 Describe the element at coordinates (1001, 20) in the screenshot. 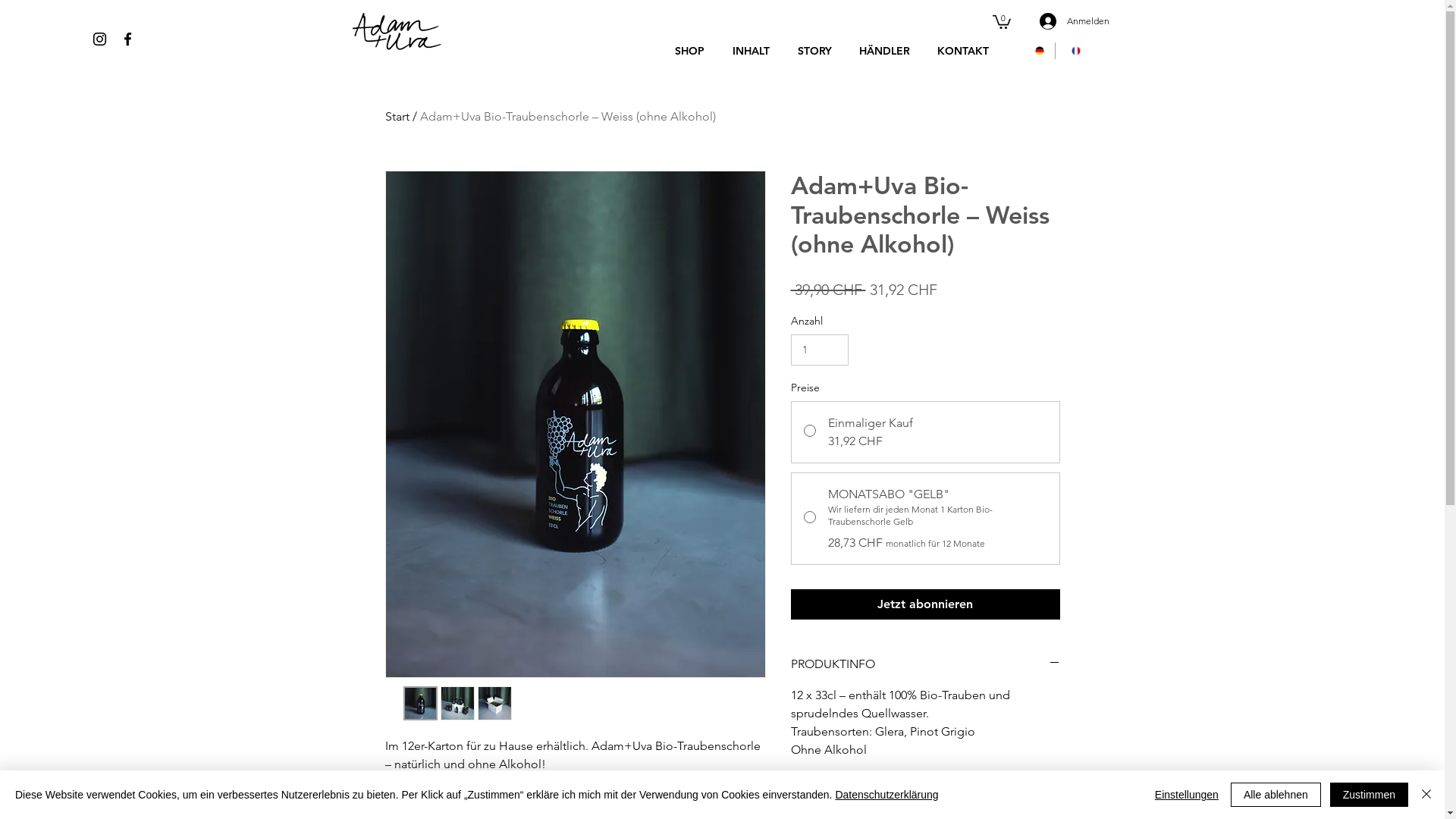

I see `'0'` at that location.